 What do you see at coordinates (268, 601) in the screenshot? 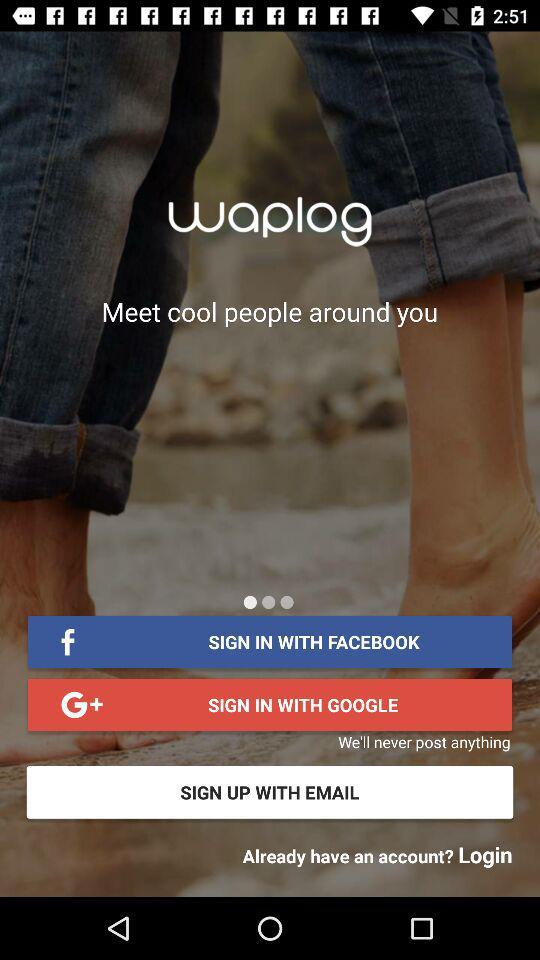
I see `next screen` at bounding box center [268, 601].